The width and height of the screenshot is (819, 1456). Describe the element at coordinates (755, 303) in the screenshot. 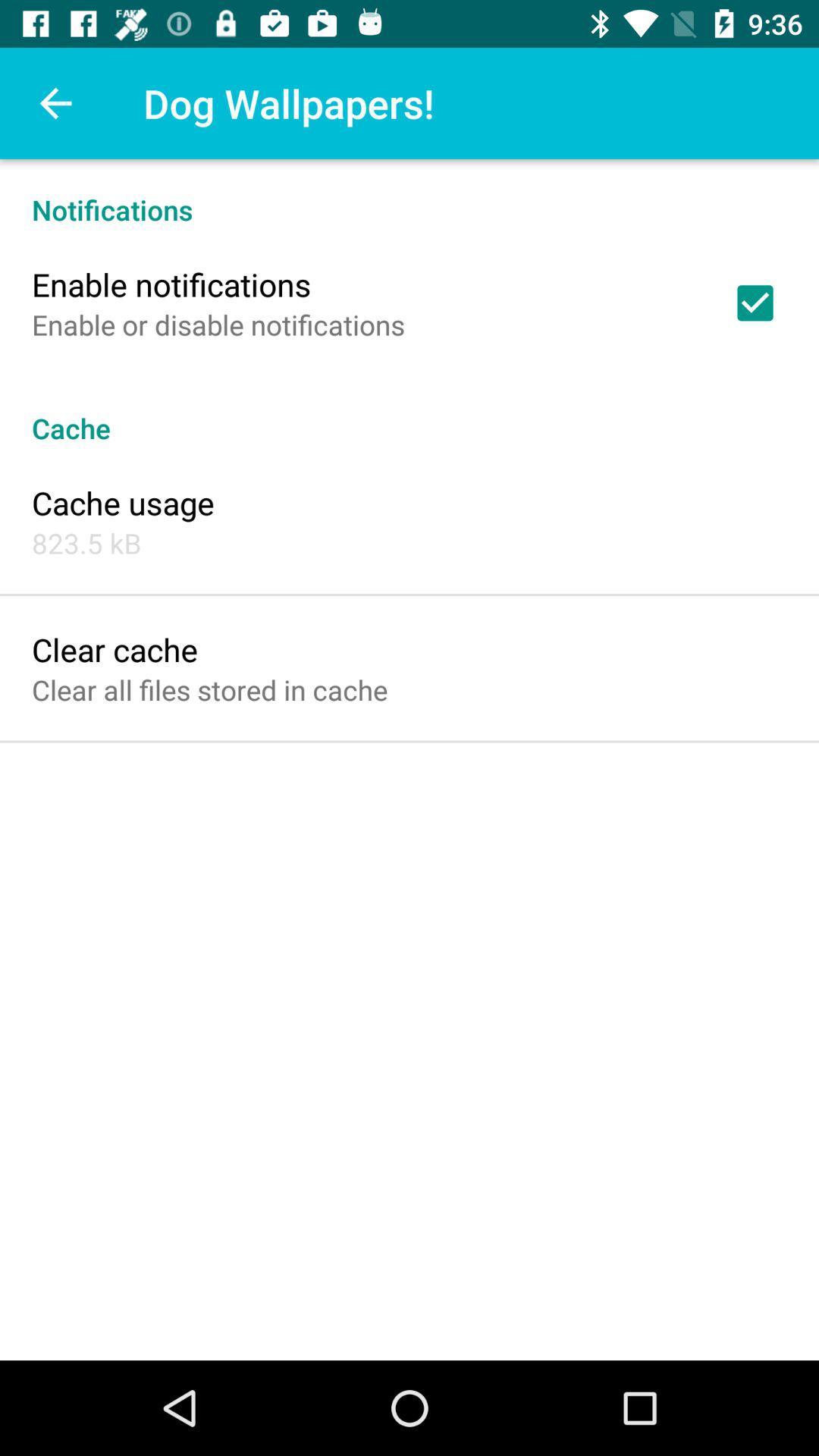

I see `icon to the right of enable or disable icon` at that location.